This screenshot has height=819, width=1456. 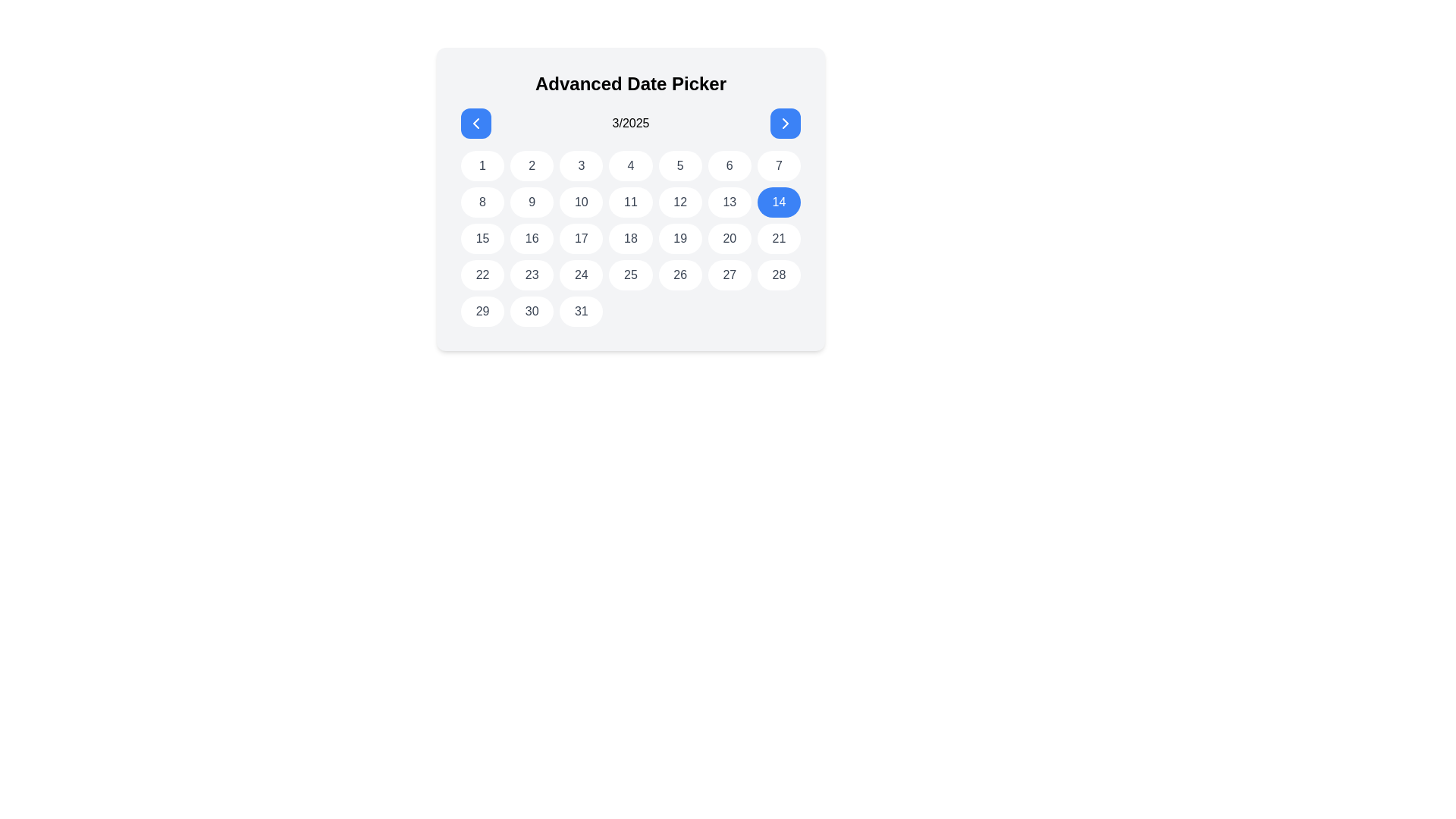 What do you see at coordinates (580, 311) in the screenshot?
I see `the button for selecting the date '31' in the calendar interface` at bounding box center [580, 311].